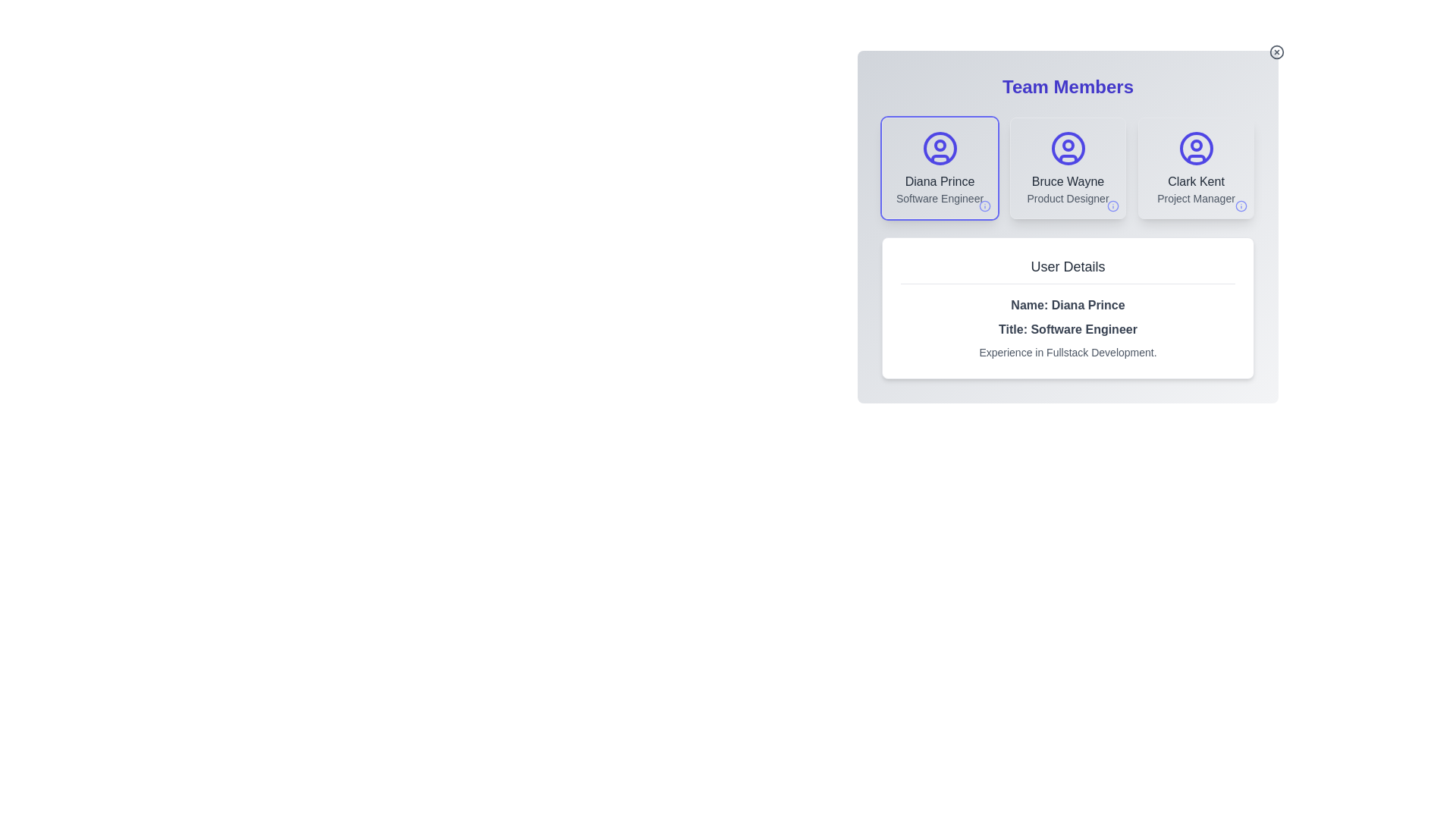 This screenshot has height=819, width=1456. Describe the element at coordinates (939, 180) in the screenshot. I see `the Text Label displaying 'Diana Prince' located in the top-left card of the 'Team Members' section, which is positioned beneath a user profile icon and above the text 'Software Engineer.'` at that location.